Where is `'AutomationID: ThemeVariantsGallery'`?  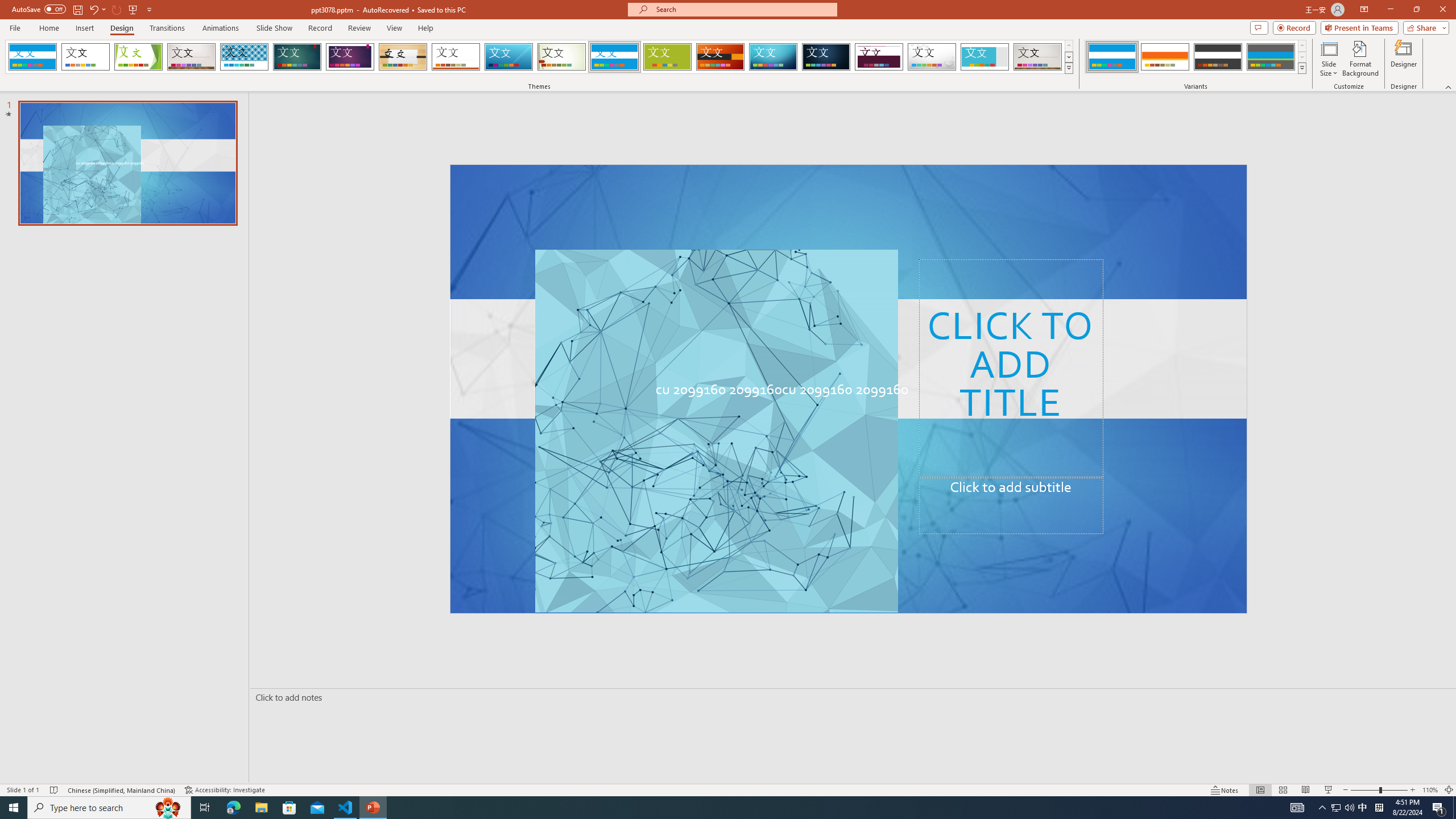 'AutomationID: ThemeVariantsGallery' is located at coordinates (1196, 56).